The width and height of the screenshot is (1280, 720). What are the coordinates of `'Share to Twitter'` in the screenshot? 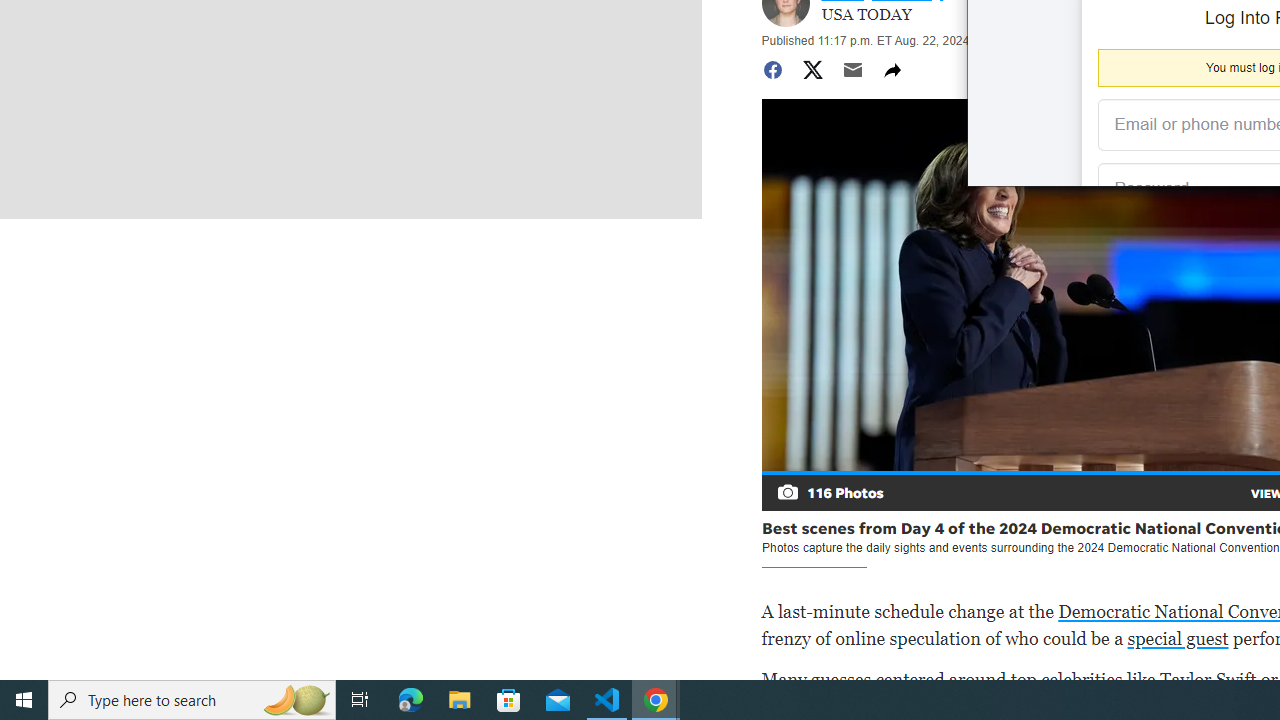 It's located at (812, 68).